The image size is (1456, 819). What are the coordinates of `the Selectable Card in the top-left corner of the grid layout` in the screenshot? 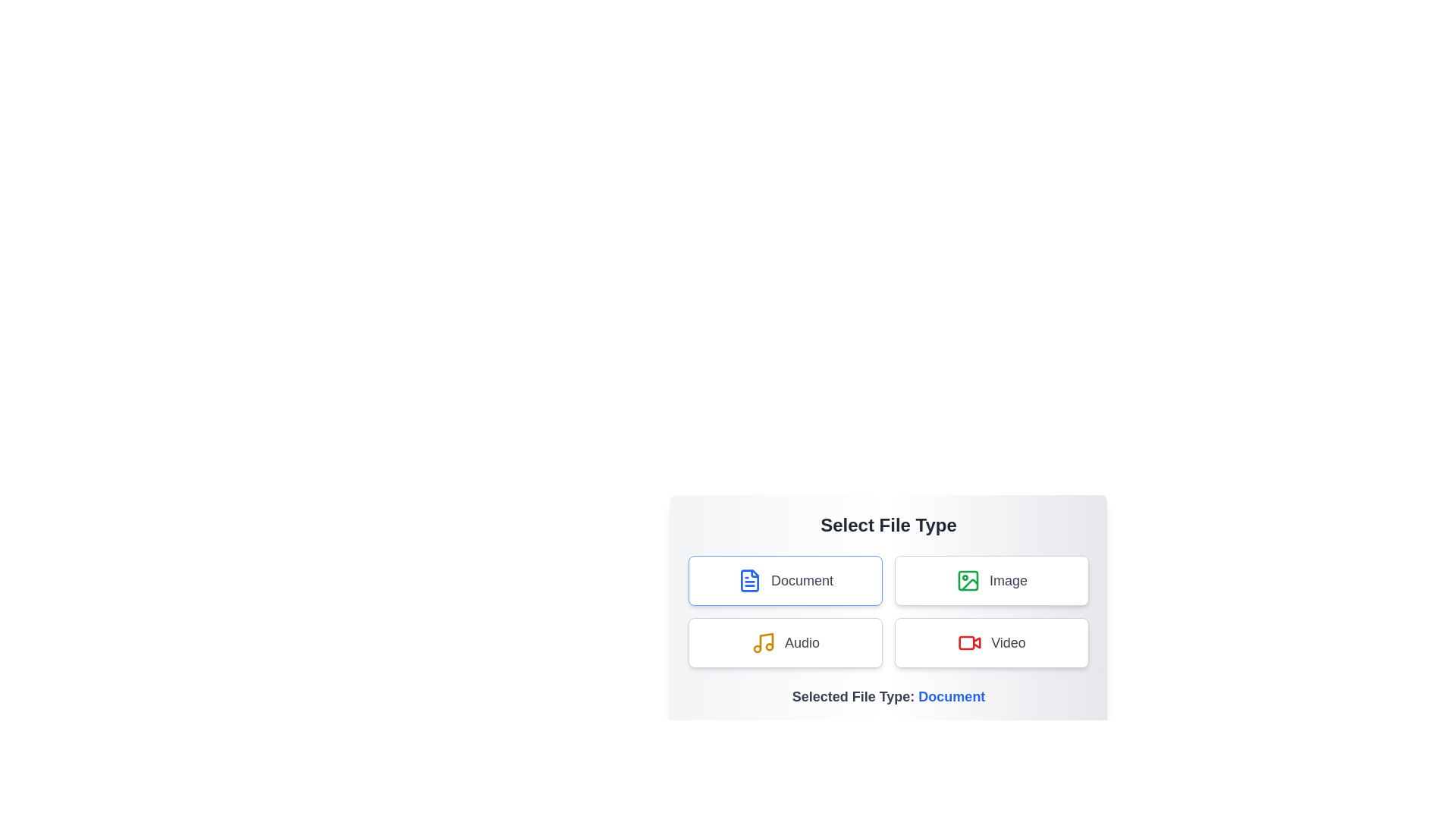 It's located at (786, 580).